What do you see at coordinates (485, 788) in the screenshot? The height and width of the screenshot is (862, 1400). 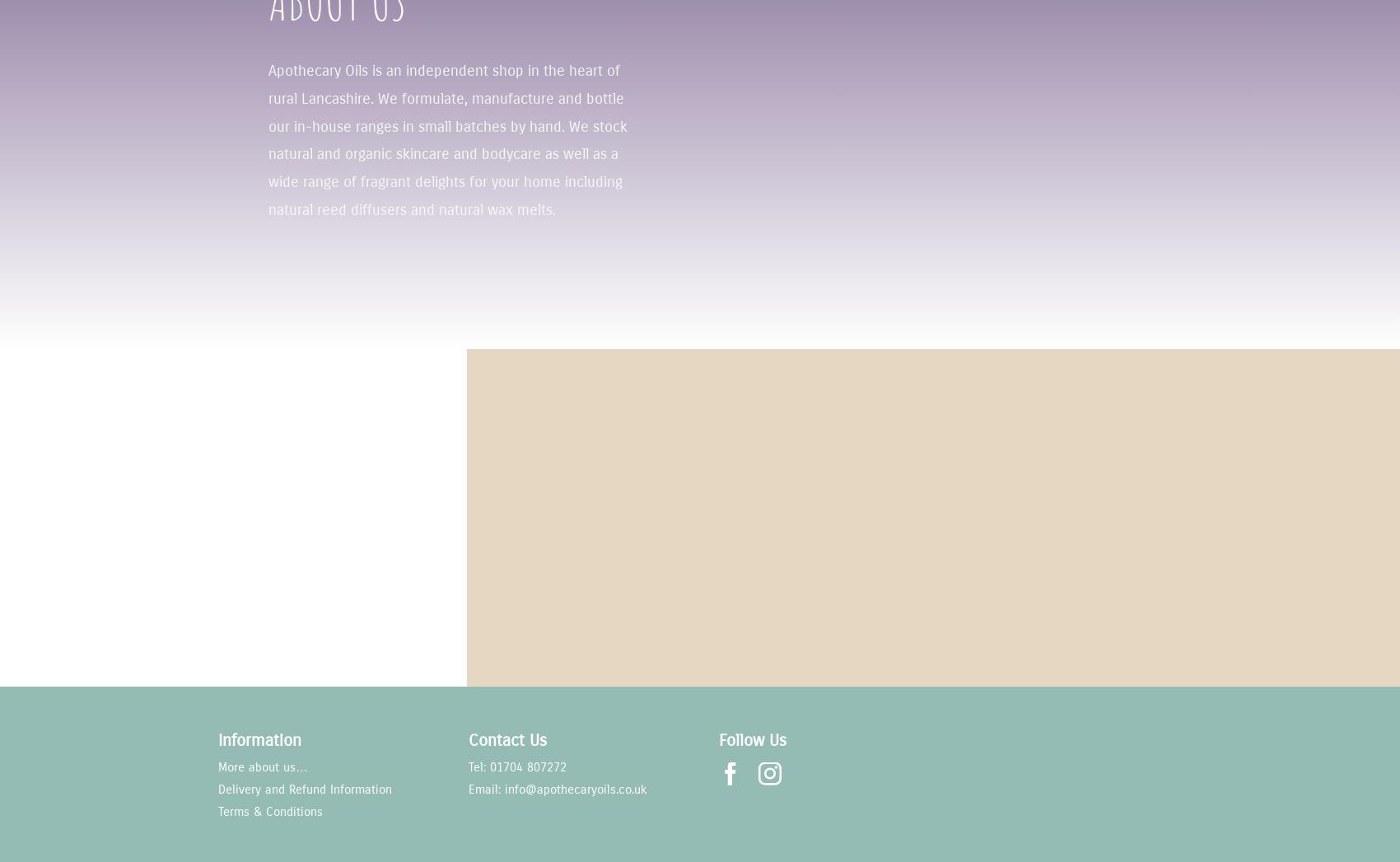 I see `'Email:'` at bounding box center [485, 788].